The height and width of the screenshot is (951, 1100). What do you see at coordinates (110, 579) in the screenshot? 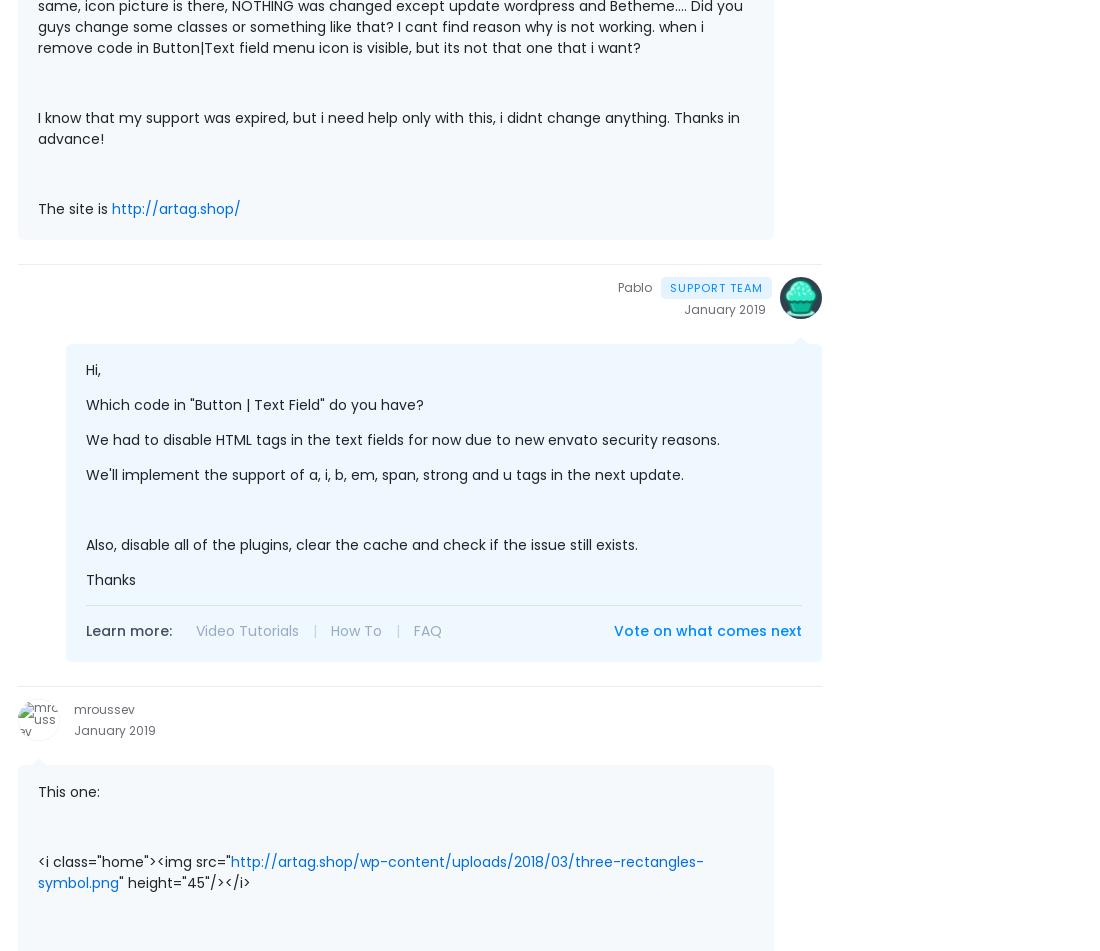
I see `'Thanks'` at bounding box center [110, 579].